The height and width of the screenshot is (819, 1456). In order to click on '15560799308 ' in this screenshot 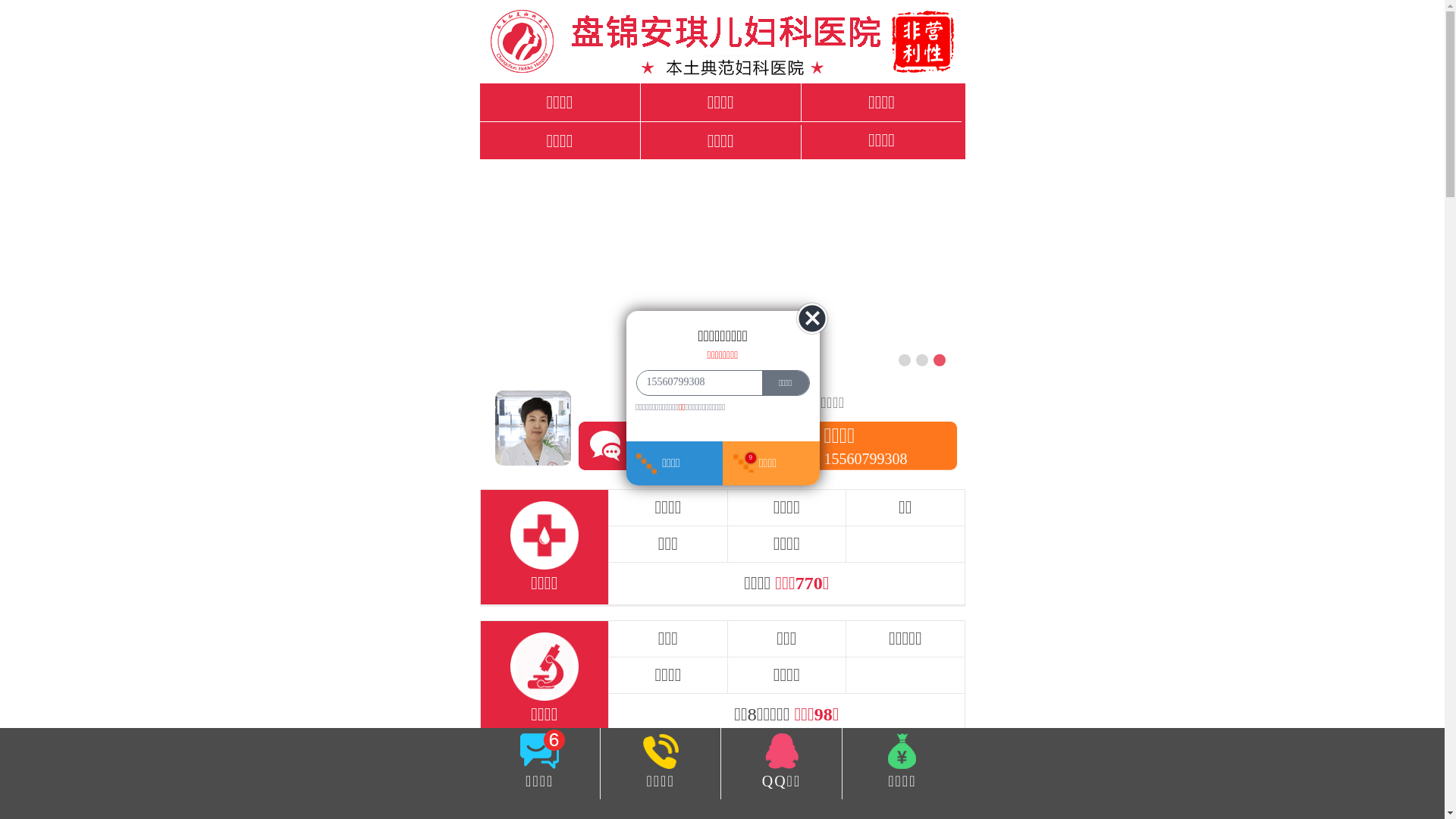, I will do `click(695, 381)`.